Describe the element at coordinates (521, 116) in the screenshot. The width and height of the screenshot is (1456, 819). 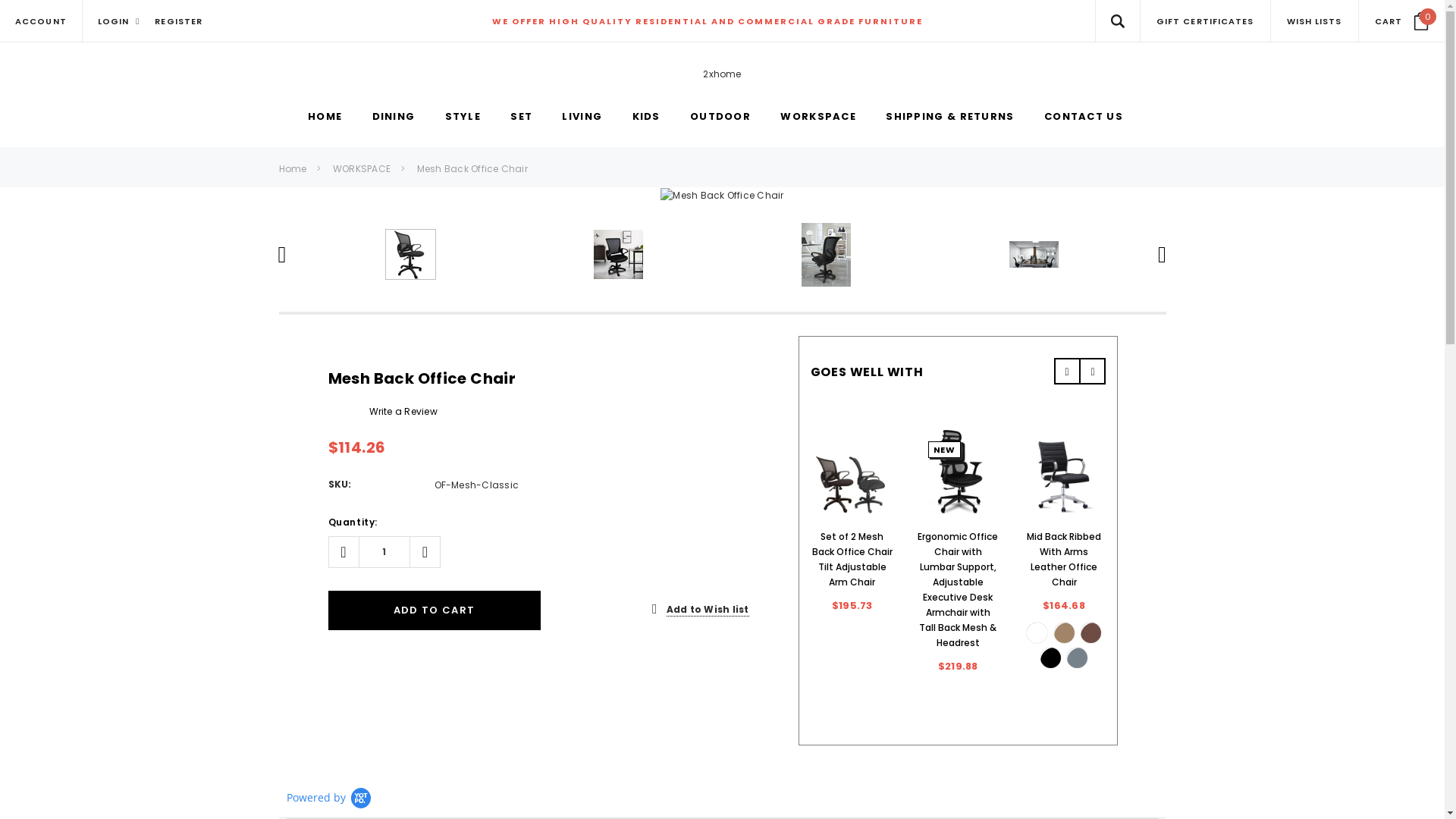
I see `'SET'` at that location.